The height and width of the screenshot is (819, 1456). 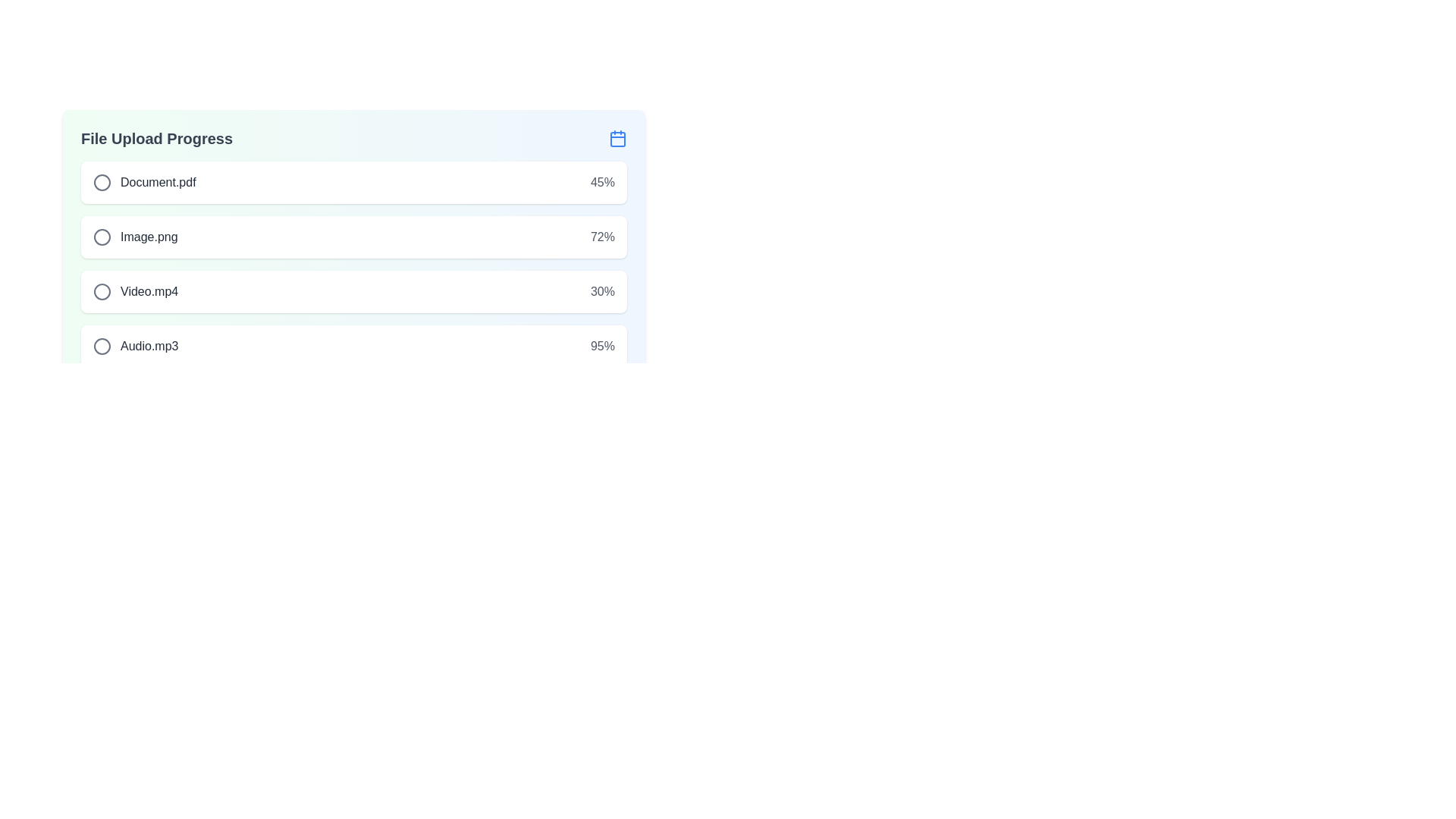 I want to click on the selection marker icon located on the left side of the 'Image.png' row in the 'File Upload Progress' list, so click(x=101, y=237).